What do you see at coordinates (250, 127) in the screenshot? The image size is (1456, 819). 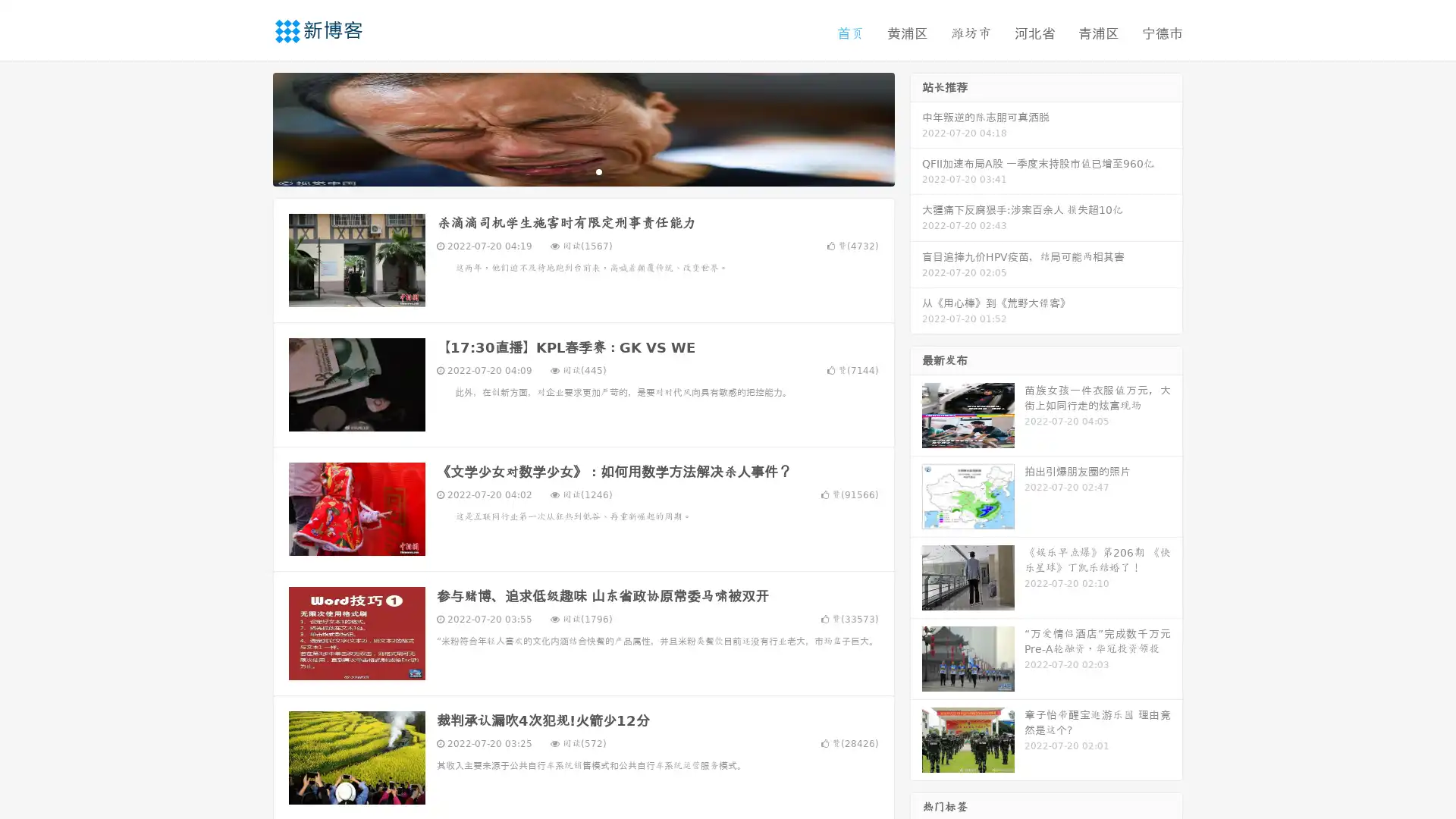 I see `Previous slide` at bounding box center [250, 127].